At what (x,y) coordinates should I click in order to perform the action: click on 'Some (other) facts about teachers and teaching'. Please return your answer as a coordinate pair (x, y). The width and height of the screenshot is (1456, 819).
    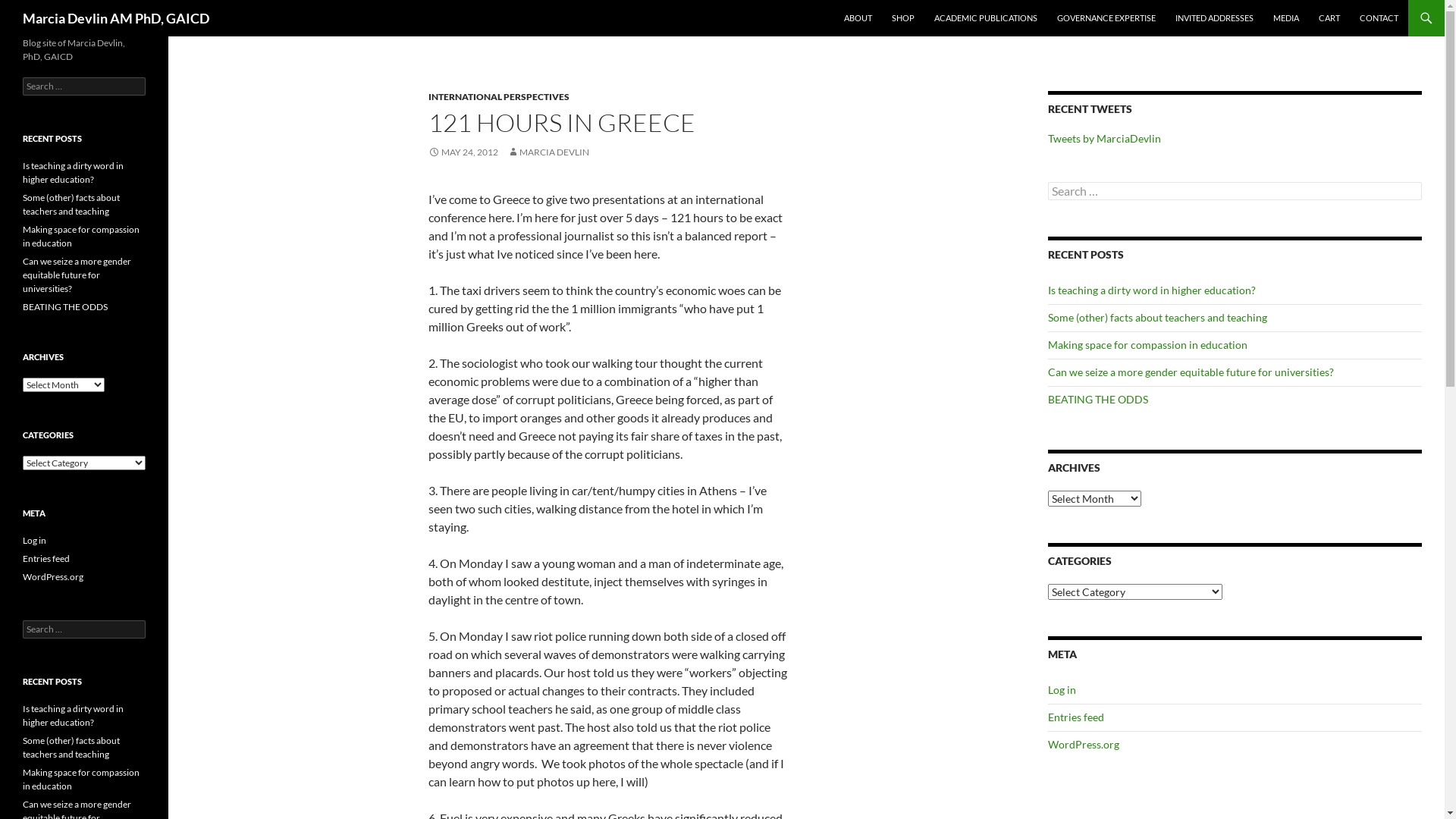
    Looking at the image, I should click on (1156, 316).